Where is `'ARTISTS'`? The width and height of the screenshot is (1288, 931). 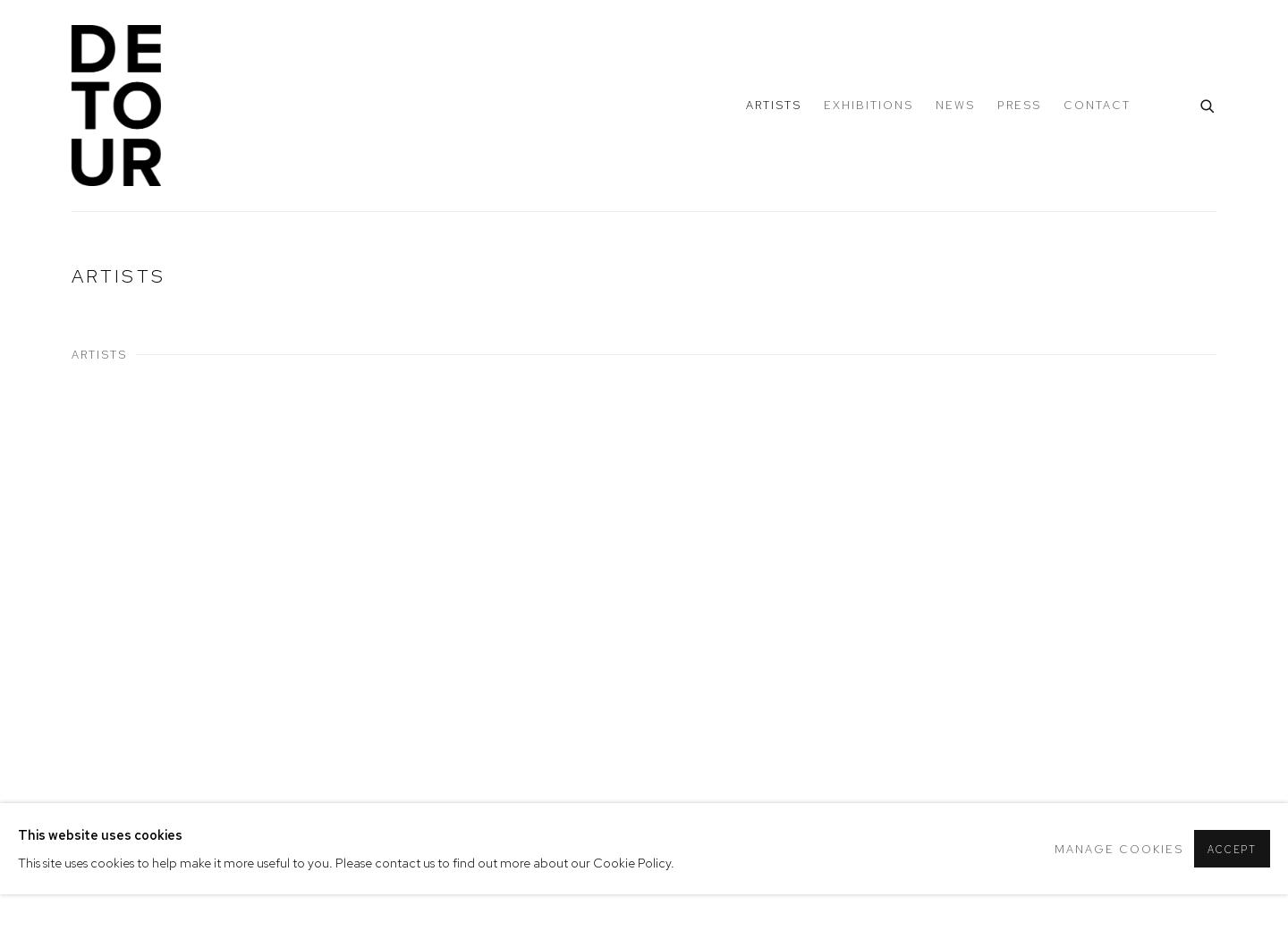
'ARTISTS' is located at coordinates (99, 353).